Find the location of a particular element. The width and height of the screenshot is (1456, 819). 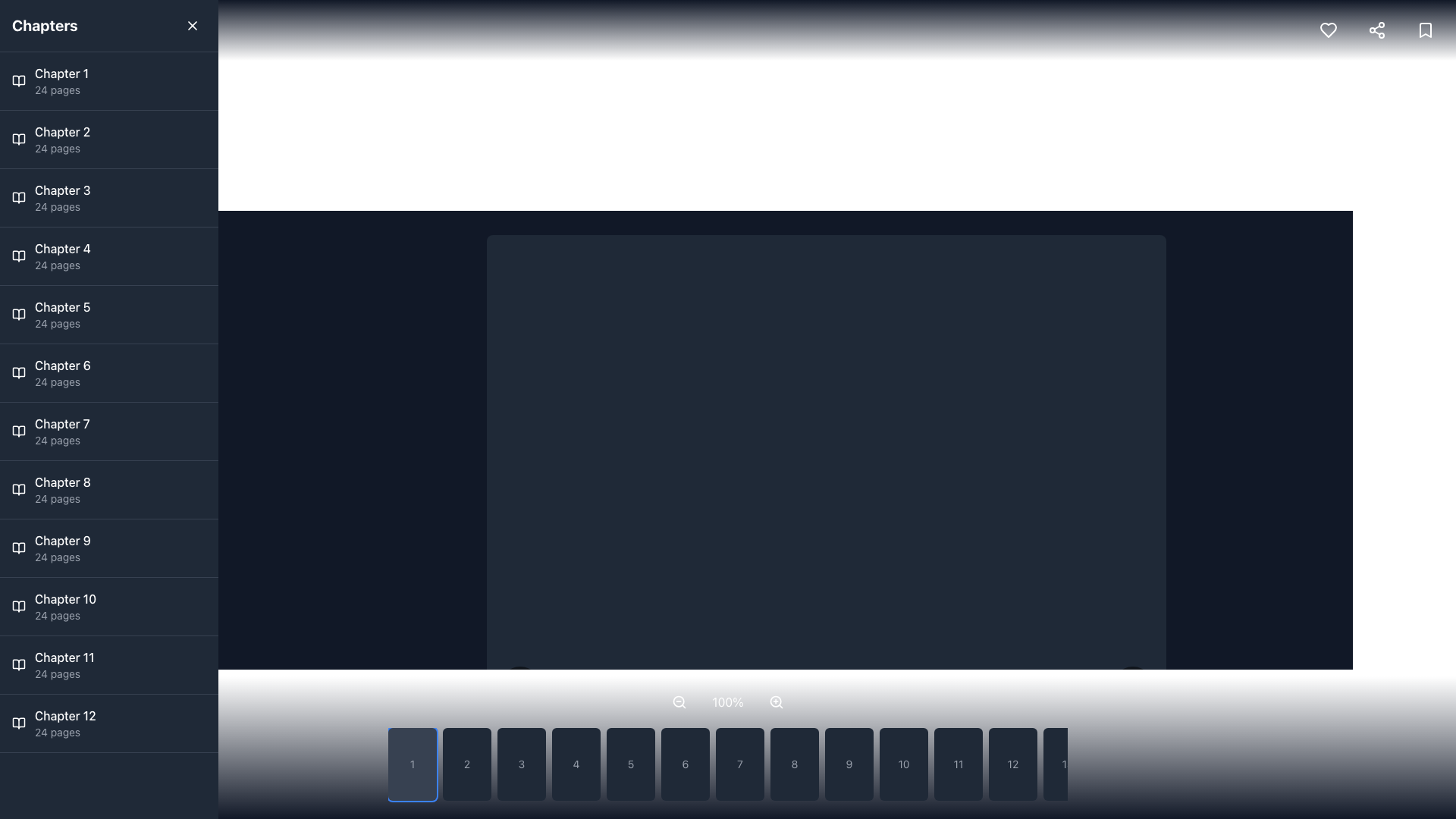

the open book icon located in the left panel, adjacent to the text 'Chapter 5 24 pages' is located at coordinates (18, 314).